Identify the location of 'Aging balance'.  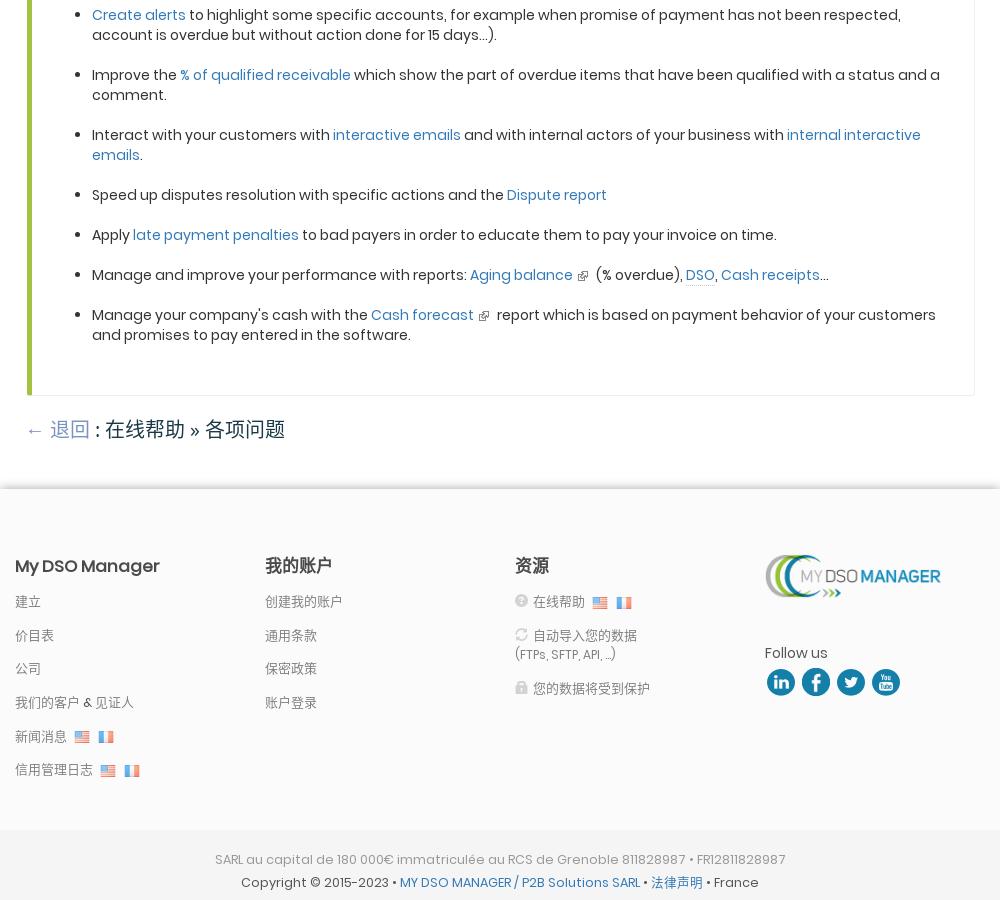
(521, 272).